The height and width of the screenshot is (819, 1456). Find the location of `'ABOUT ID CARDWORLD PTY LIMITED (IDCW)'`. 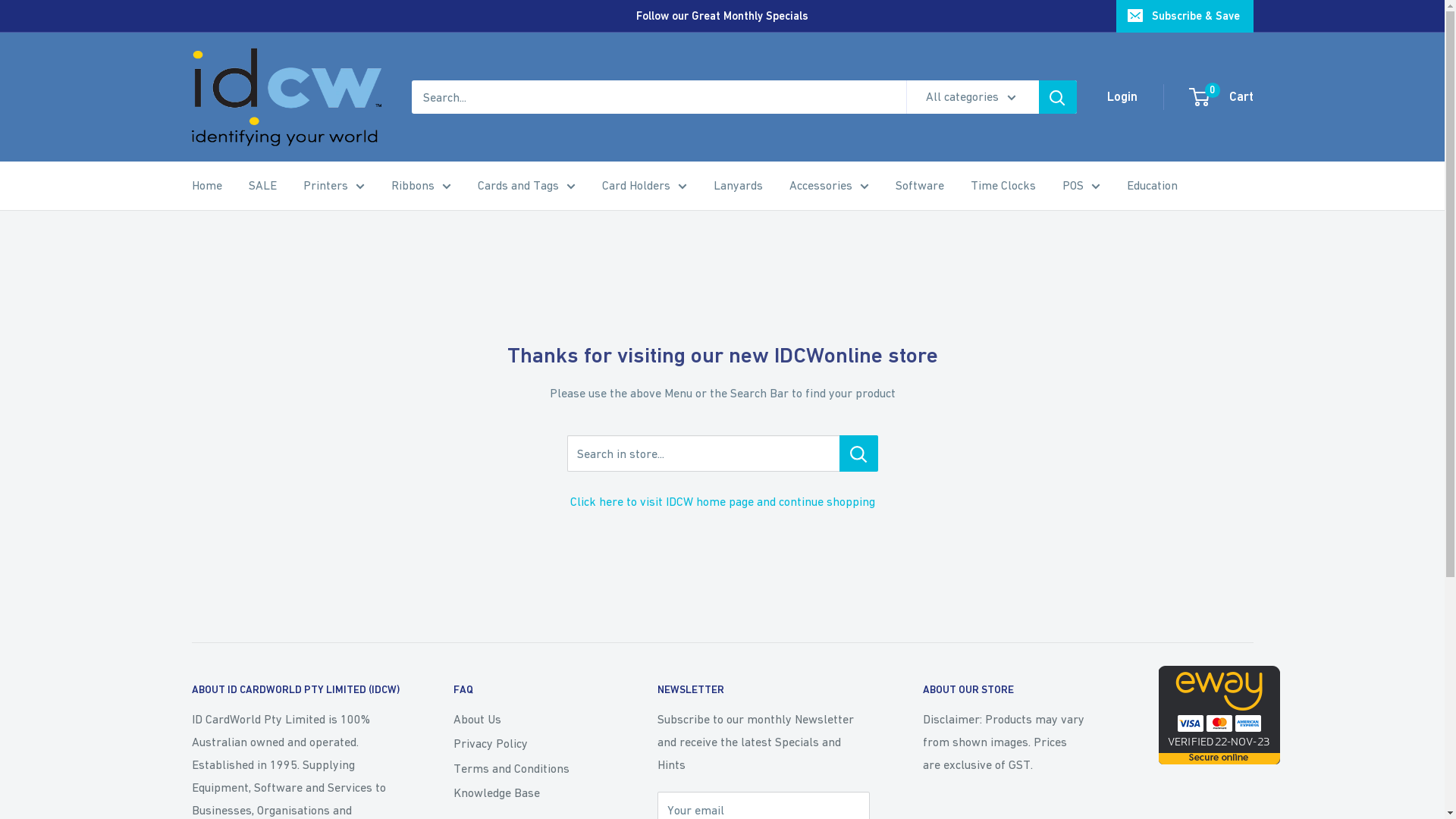

'ABOUT ID CARDWORLD PTY LIMITED (IDCW)' is located at coordinates (295, 690).